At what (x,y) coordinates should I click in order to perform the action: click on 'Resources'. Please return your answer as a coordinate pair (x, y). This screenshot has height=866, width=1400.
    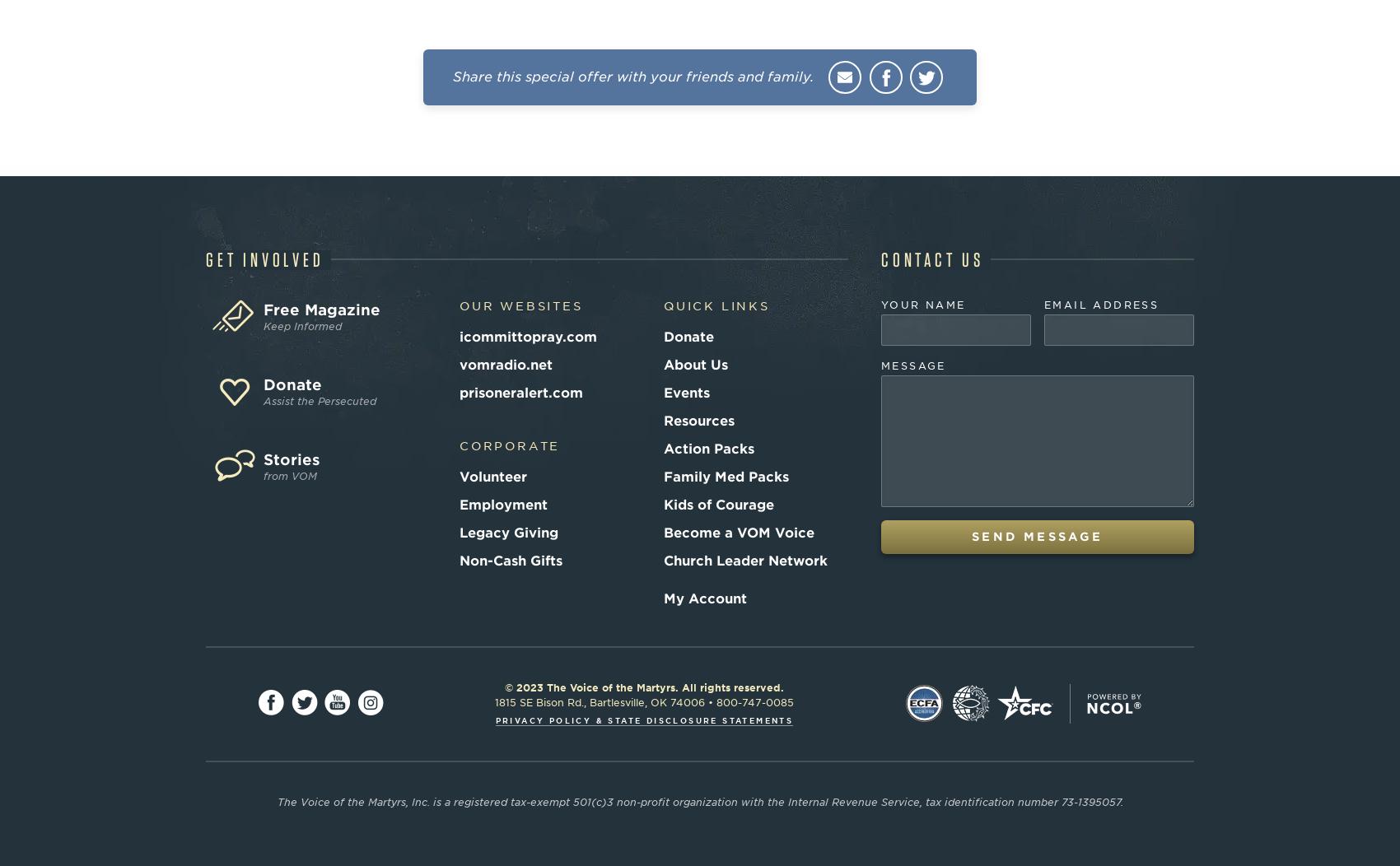
    Looking at the image, I should click on (698, 419).